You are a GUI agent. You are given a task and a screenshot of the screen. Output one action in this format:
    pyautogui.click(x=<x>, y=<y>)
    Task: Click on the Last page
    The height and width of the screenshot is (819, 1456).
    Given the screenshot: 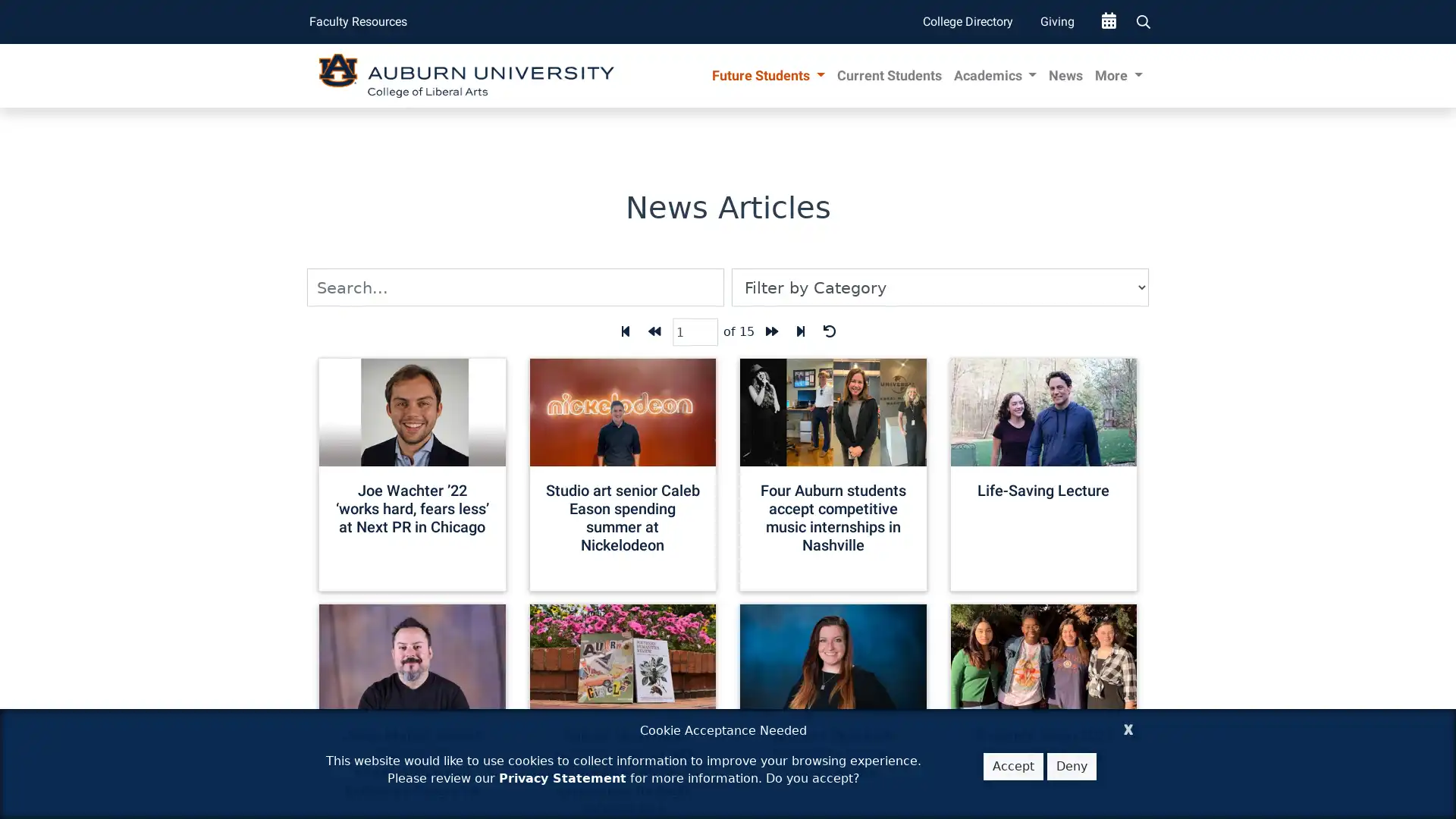 What is the action you would take?
    pyautogui.click(x=800, y=331)
    